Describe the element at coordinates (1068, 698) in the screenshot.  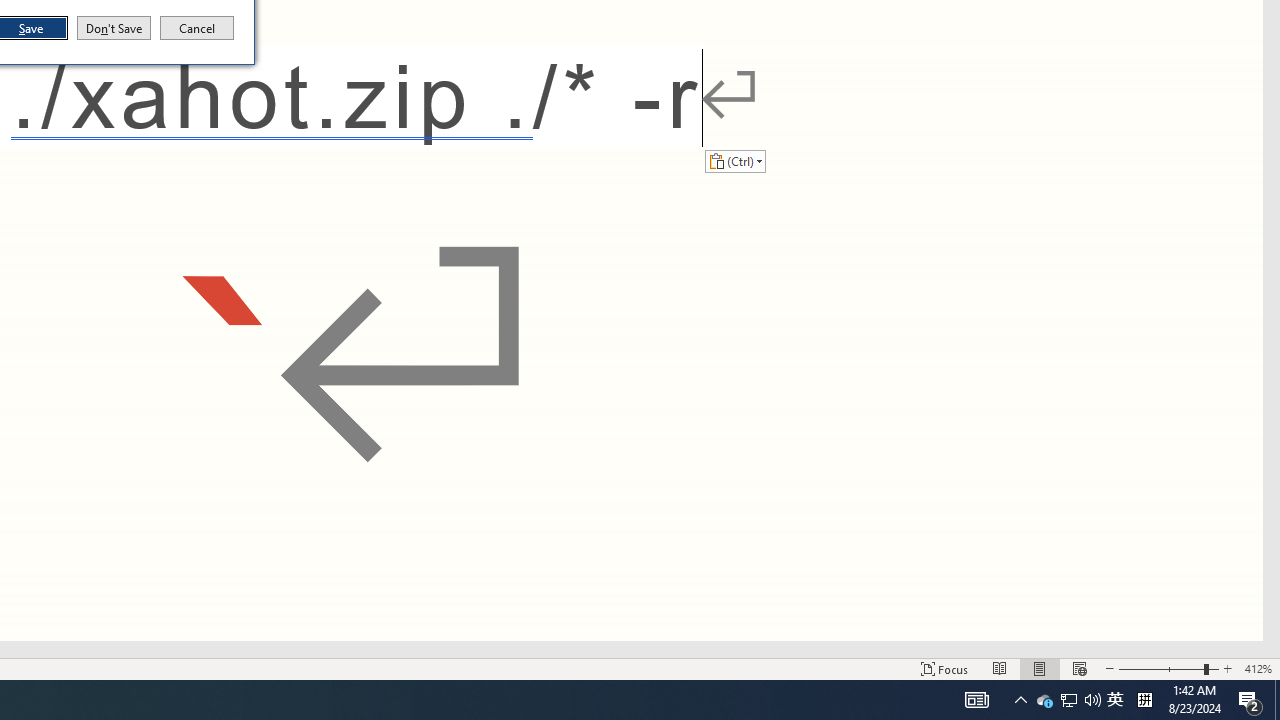
I see `'Q2790: 100%'` at that location.